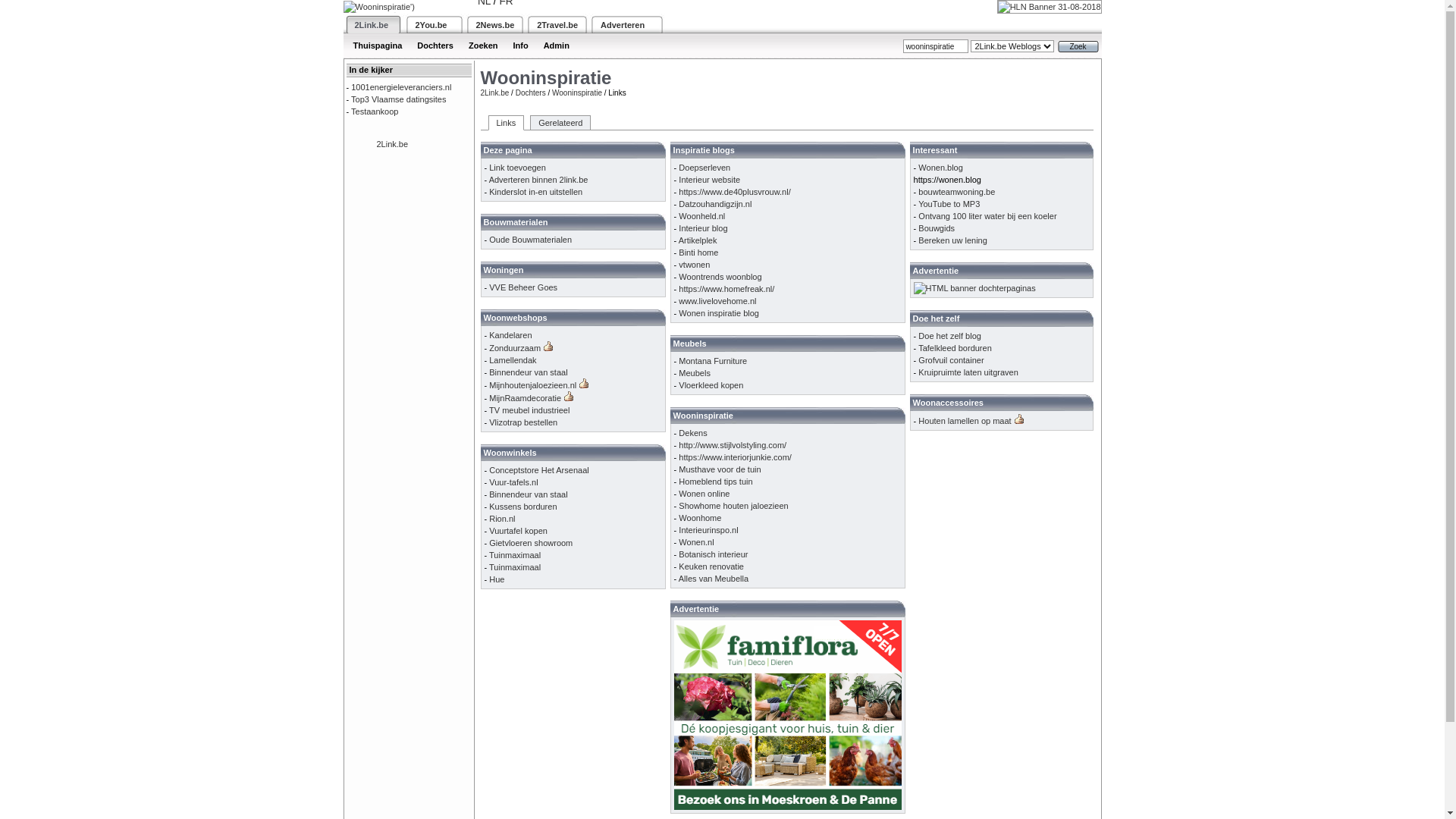 Image resolution: width=1456 pixels, height=819 pixels. What do you see at coordinates (505, 45) in the screenshot?
I see `'Info'` at bounding box center [505, 45].